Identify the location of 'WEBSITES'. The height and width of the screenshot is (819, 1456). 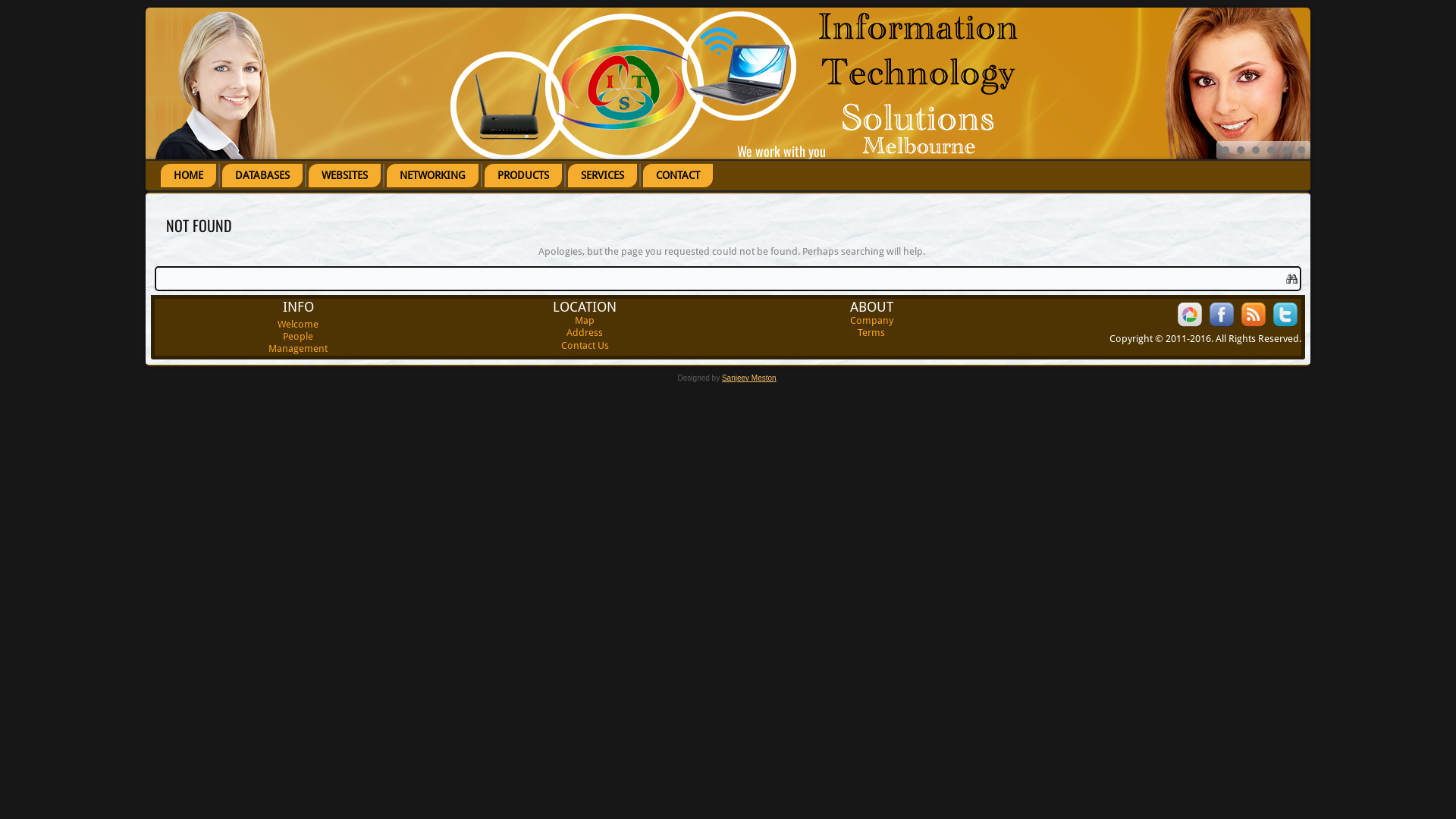
(308, 174).